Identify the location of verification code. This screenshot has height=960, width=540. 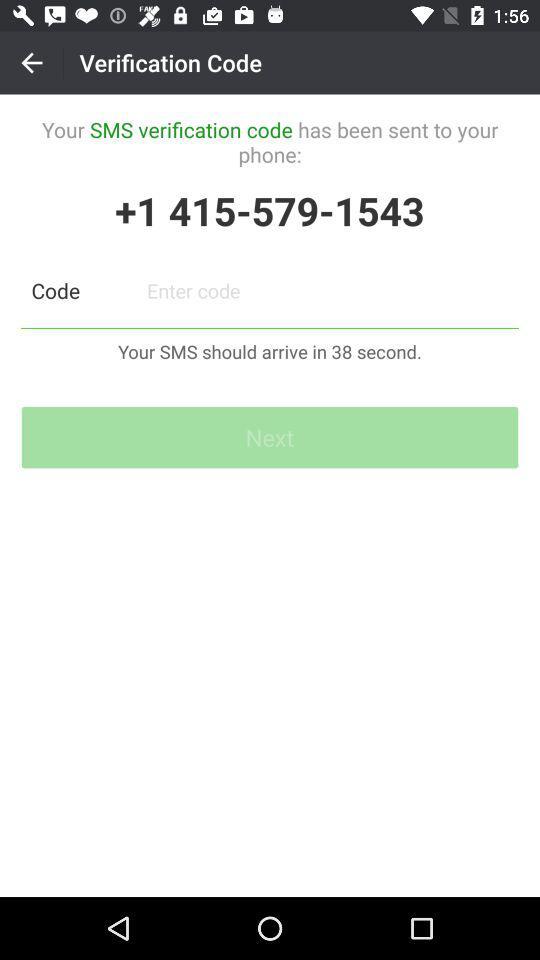
(327, 289).